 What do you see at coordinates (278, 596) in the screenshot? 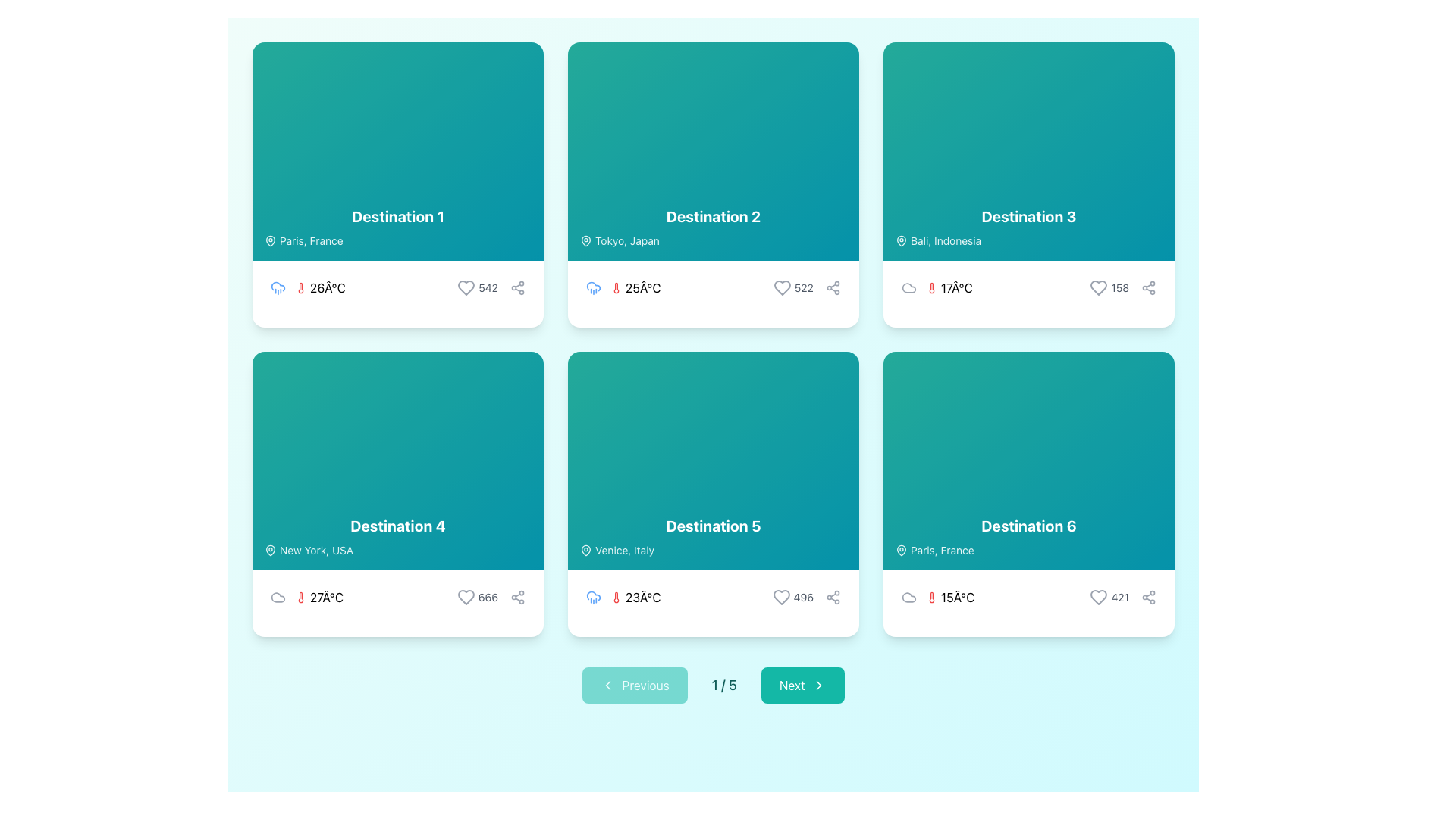
I see `the cloud-shaped icon located within the fourth card ('Destination 4') in the grid layout, positioned to the left of the temperature text ('27°C')` at bounding box center [278, 596].